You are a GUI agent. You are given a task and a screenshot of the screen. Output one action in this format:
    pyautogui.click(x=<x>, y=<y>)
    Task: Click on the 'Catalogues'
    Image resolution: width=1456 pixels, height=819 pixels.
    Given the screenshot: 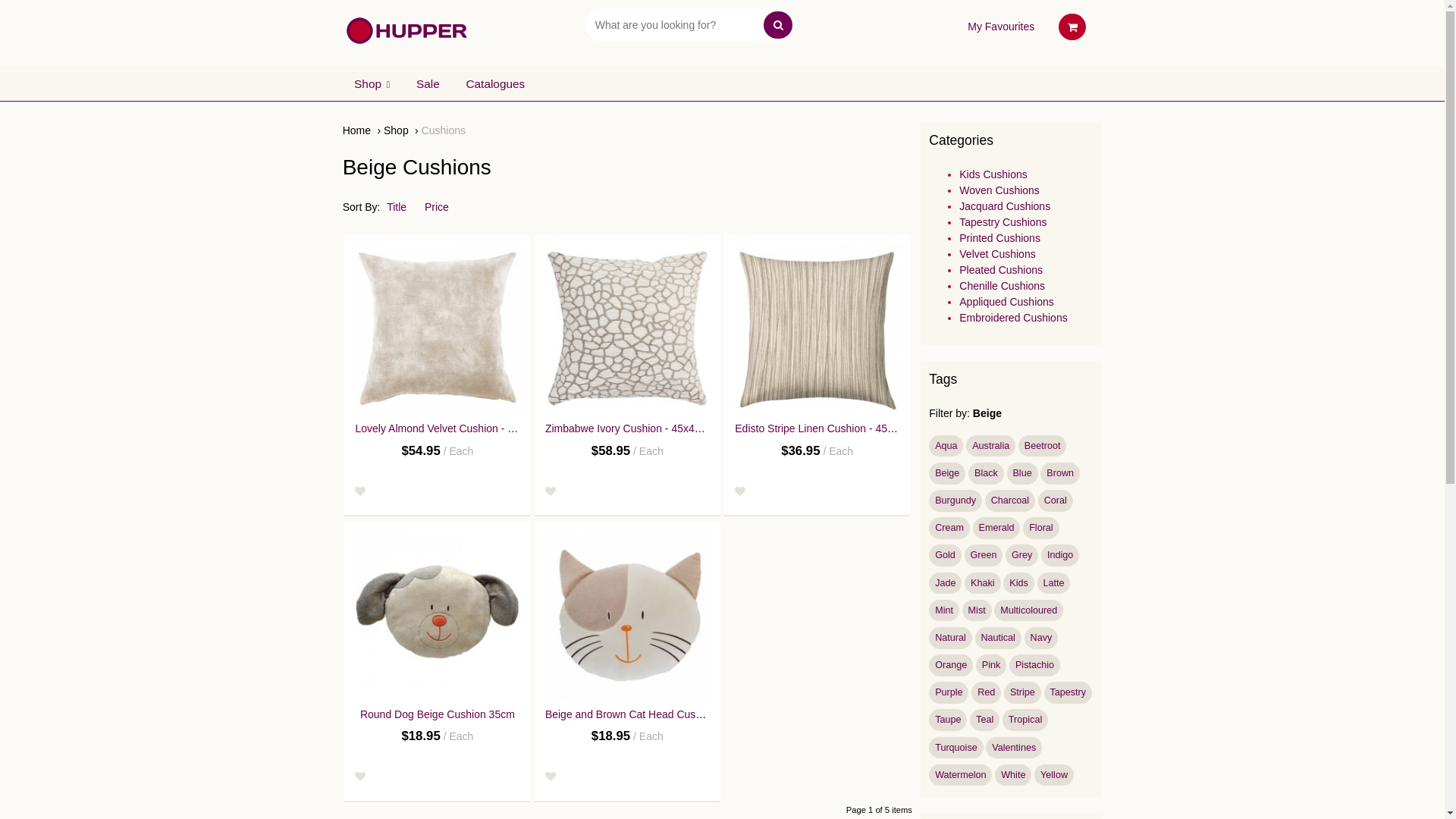 What is the action you would take?
    pyautogui.click(x=495, y=83)
    